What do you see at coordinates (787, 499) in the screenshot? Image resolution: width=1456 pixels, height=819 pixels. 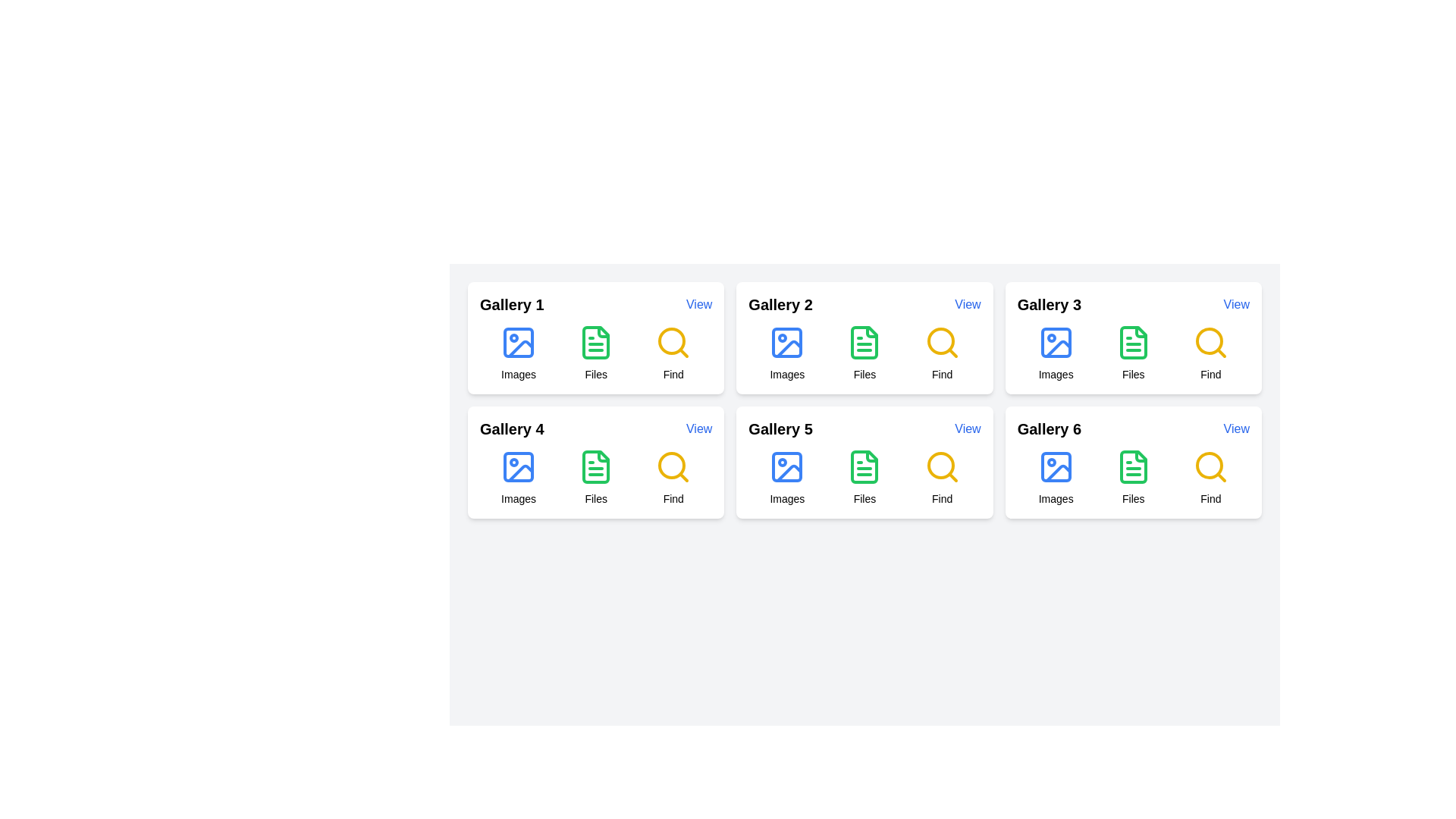 I see `the static text label that reads 'Images', which is located beneath the blue image icon within the 'Gallery 5' card` at bounding box center [787, 499].